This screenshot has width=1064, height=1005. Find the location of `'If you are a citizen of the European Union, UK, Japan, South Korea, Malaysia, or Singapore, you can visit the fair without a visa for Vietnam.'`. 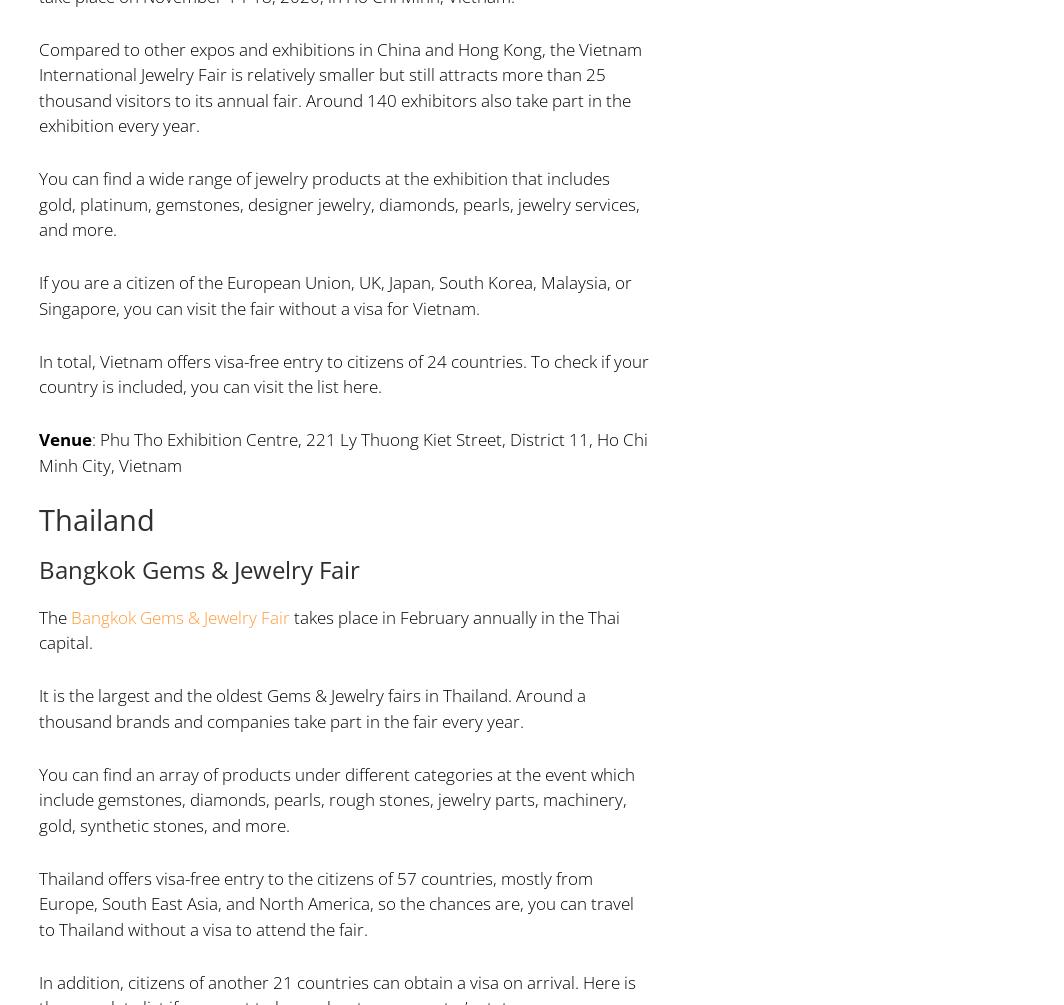

'If you are a citizen of the European Union, UK, Japan, South Korea, Malaysia, or Singapore, you can visit the fair without a visa for Vietnam.' is located at coordinates (334, 293).